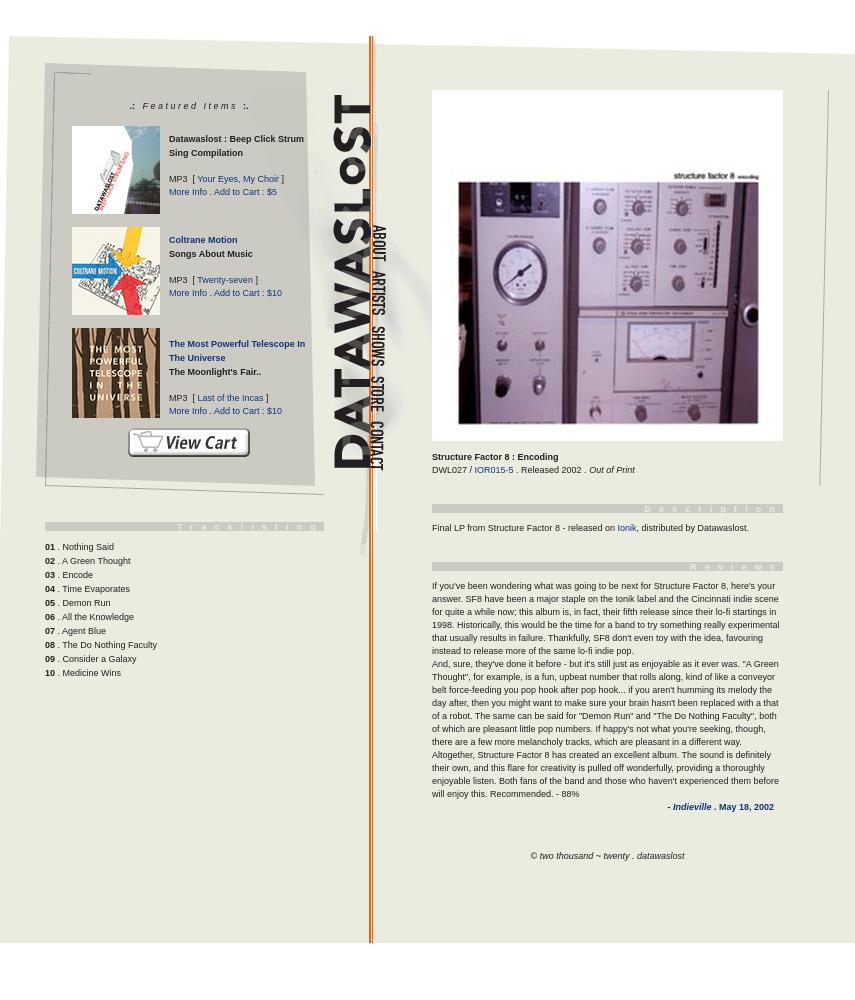 This screenshot has width=855, height=1000. I want to click on '07', so click(49, 631).